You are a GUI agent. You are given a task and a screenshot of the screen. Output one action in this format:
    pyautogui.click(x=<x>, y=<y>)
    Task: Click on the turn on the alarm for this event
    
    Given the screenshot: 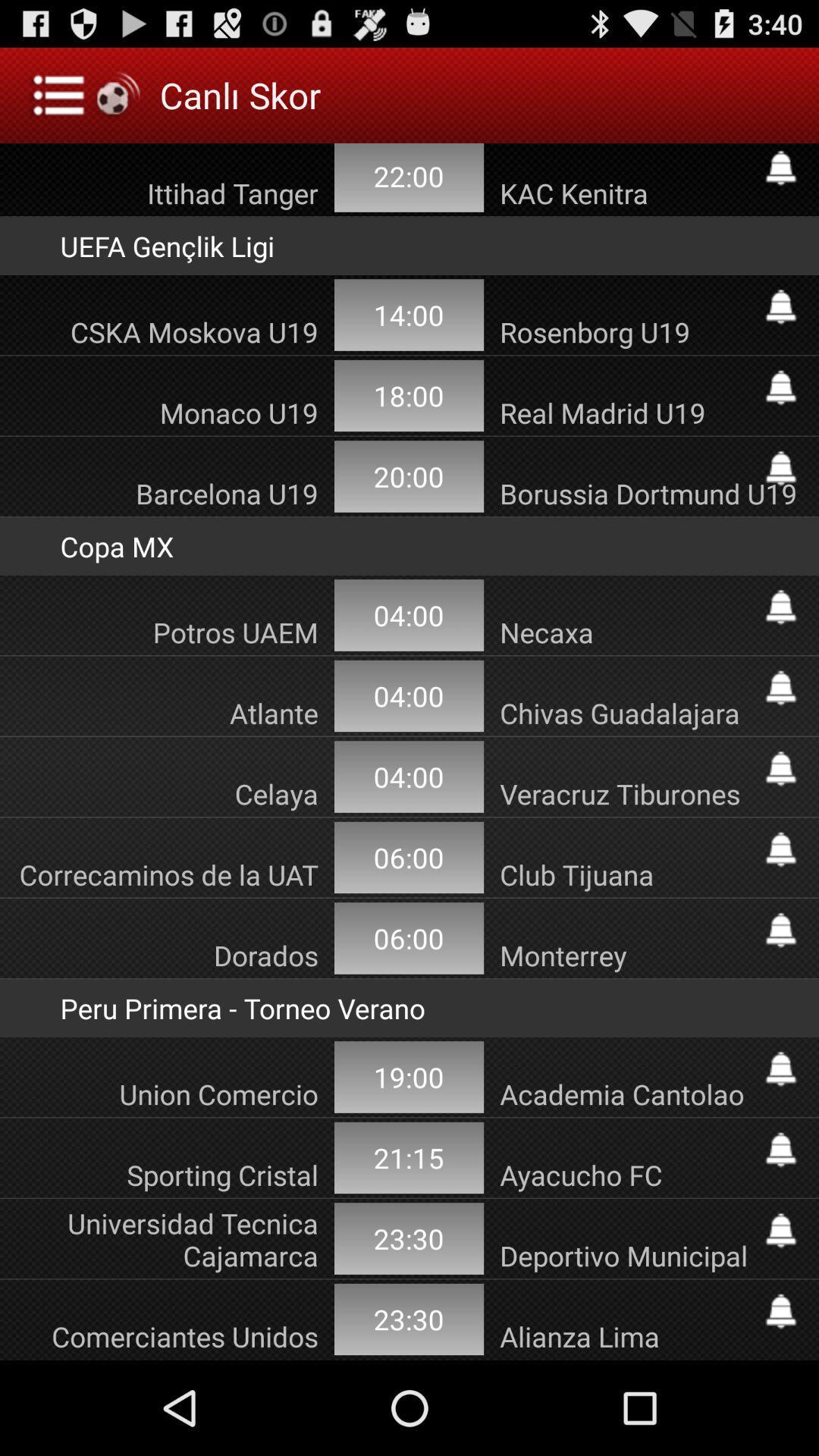 What is the action you would take?
    pyautogui.click(x=780, y=768)
    